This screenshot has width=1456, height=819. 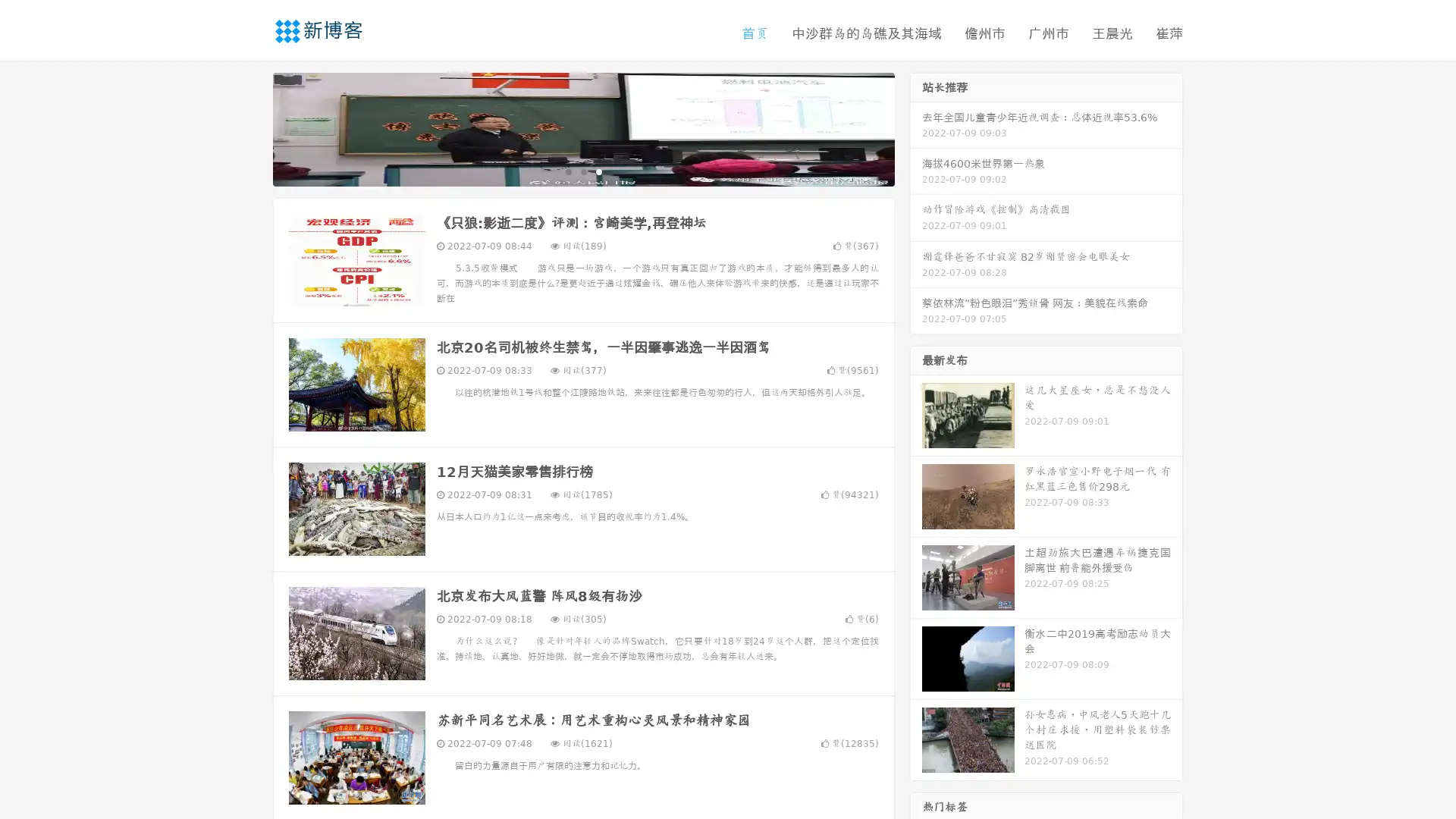 What do you see at coordinates (582, 171) in the screenshot?
I see `Go to slide 2` at bounding box center [582, 171].